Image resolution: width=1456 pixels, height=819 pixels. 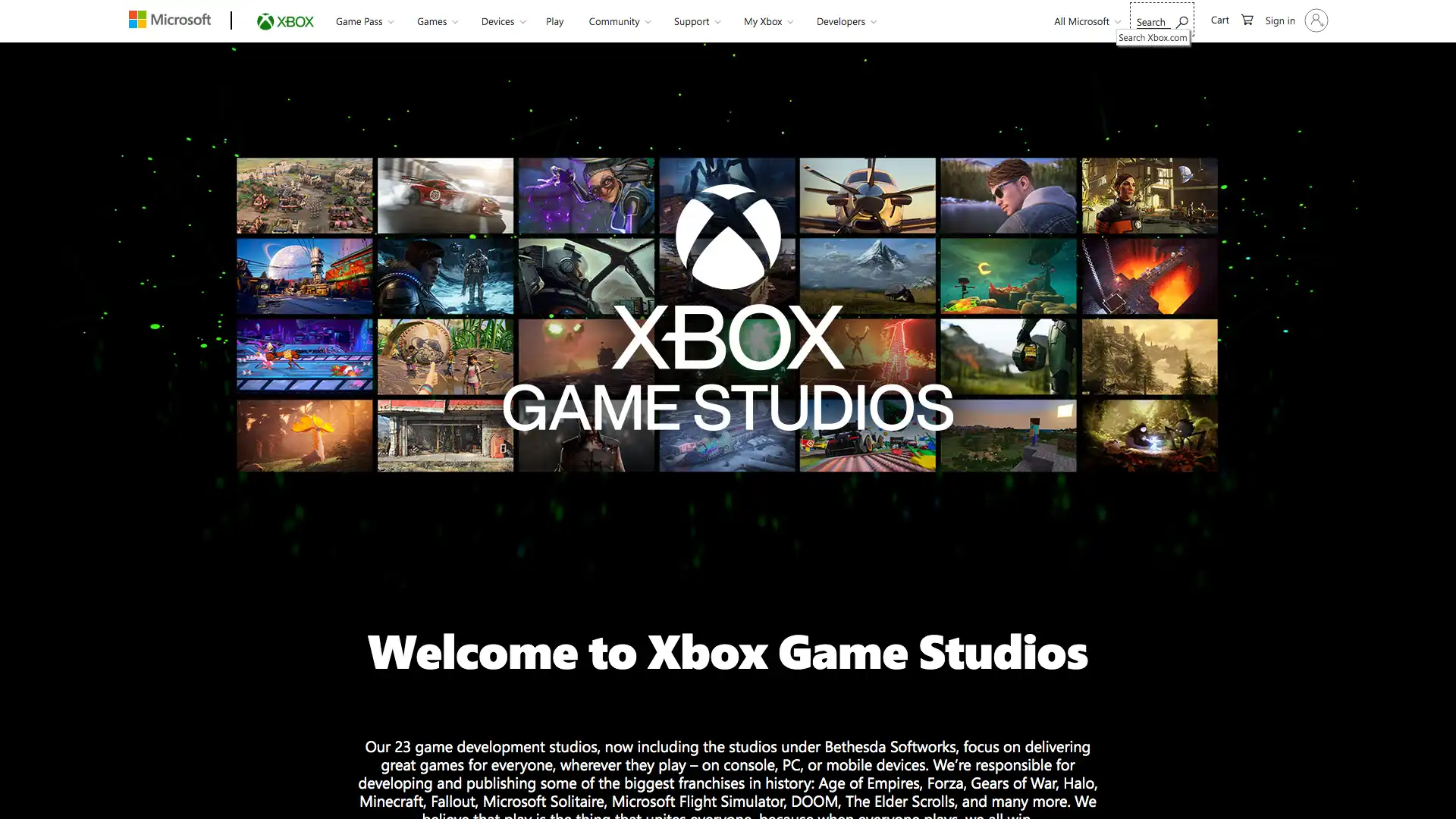 I want to click on All Microsoft expand to see list of Microsoft products and services, so click(x=1084, y=20).